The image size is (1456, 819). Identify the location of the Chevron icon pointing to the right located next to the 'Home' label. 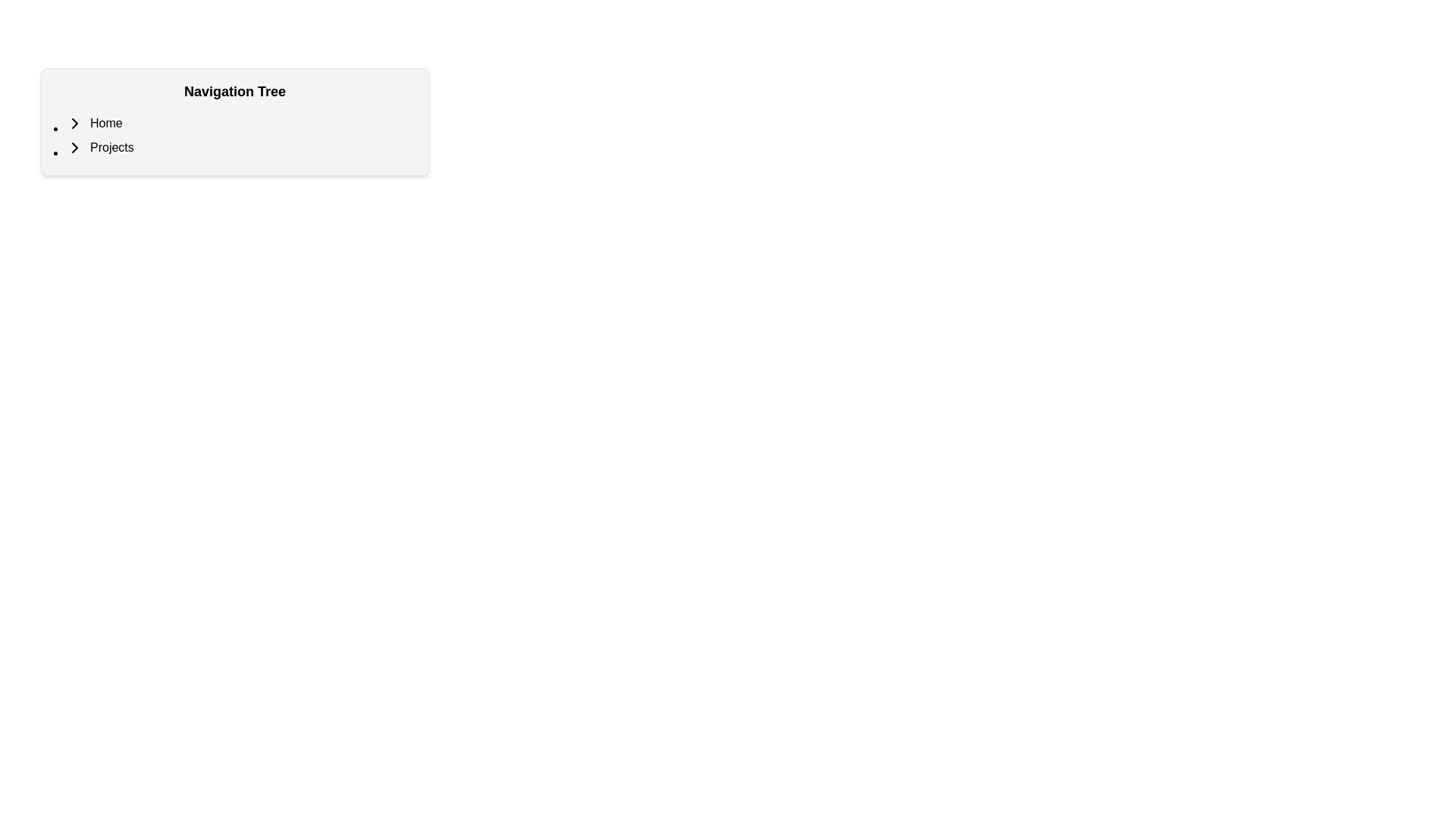
(74, 122).